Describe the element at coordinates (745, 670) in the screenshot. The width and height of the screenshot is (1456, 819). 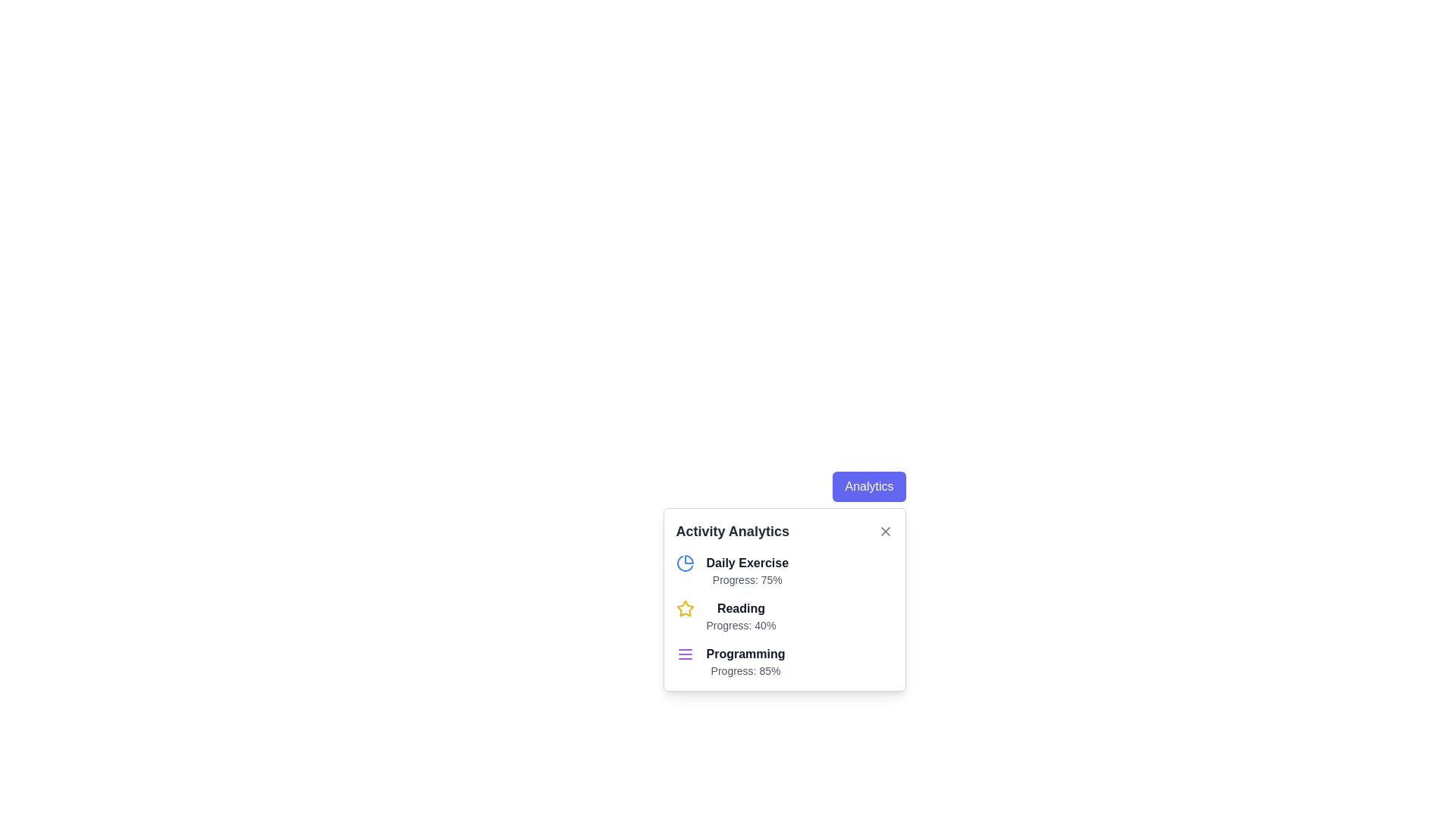
I see `text from the Text label displaying 'Progress: 85%' located beneath the 'Programming' label in the 'Activity Analytics' card` at that location.